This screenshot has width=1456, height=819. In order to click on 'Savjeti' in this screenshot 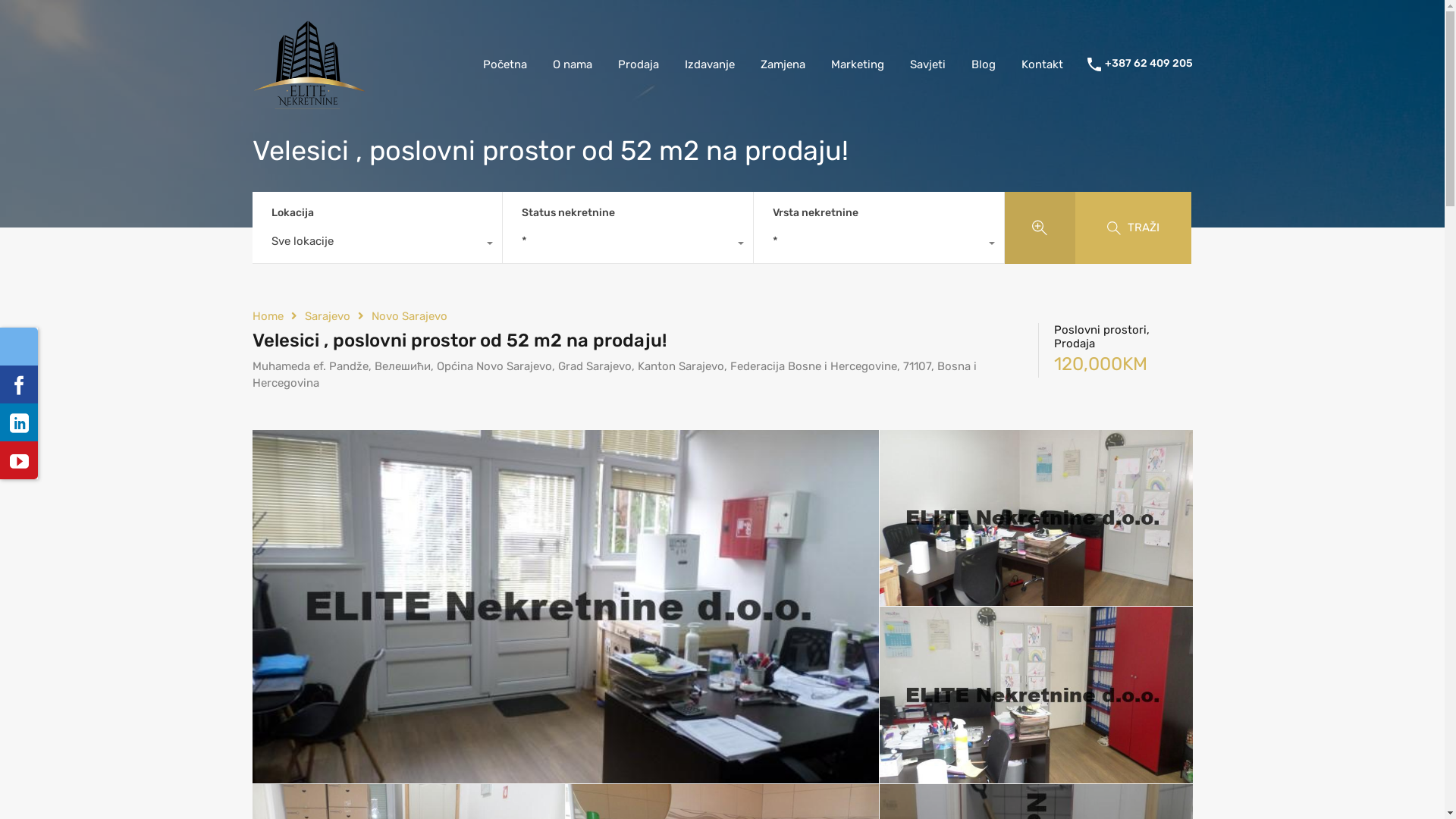, I will do `click(896, 63)`.